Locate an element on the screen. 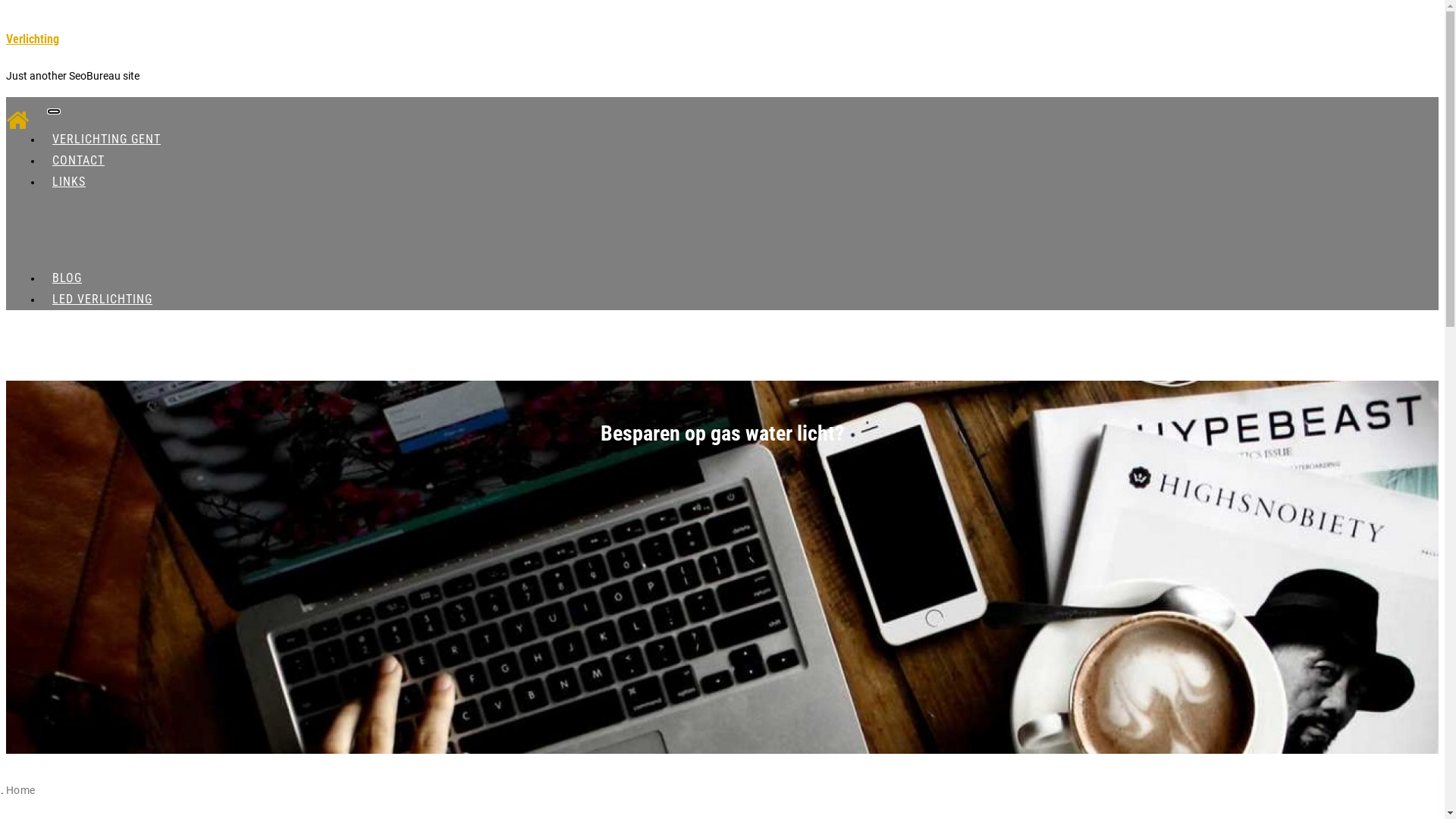  'LINKS' is located at coordinates (68, 180).